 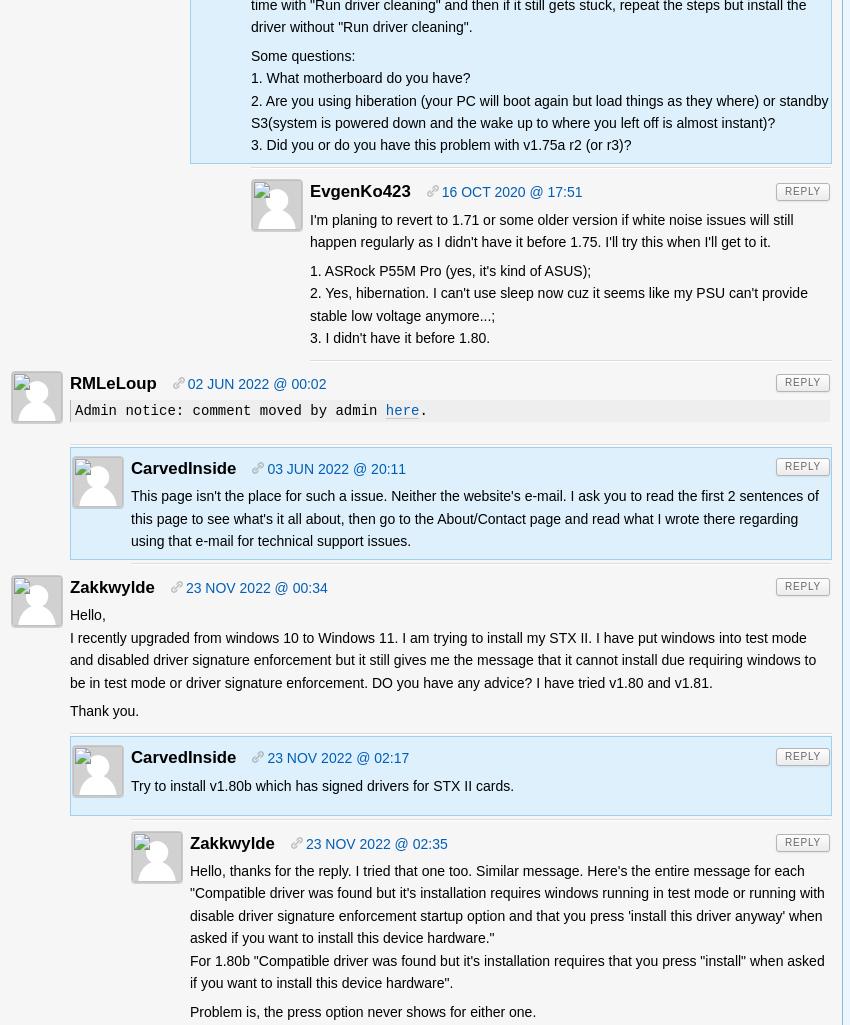 I want to click on '03 Jun 2022 @ 20:11', so click(x=265, y=469).